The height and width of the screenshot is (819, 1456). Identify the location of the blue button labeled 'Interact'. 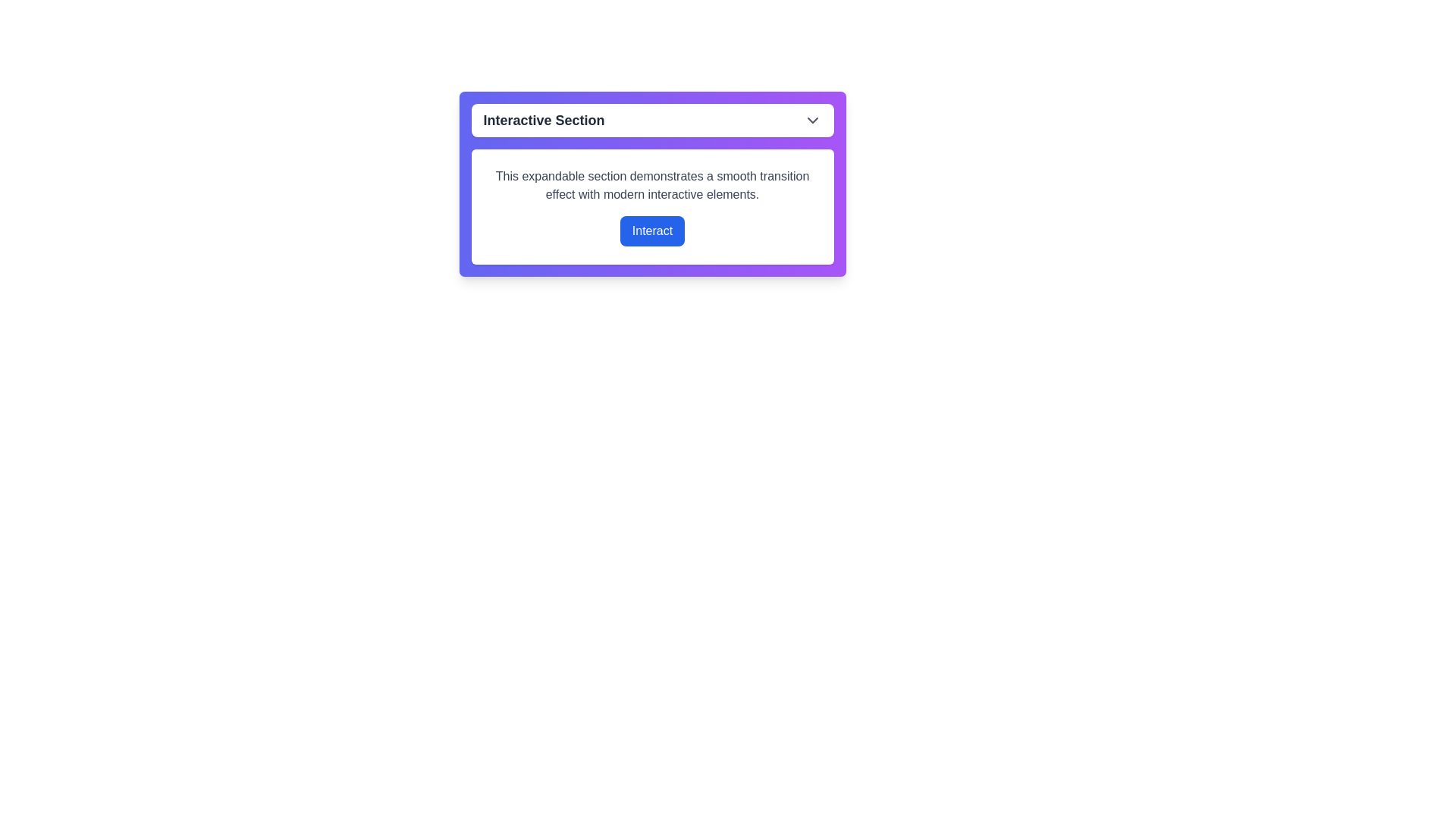
(652, 231).